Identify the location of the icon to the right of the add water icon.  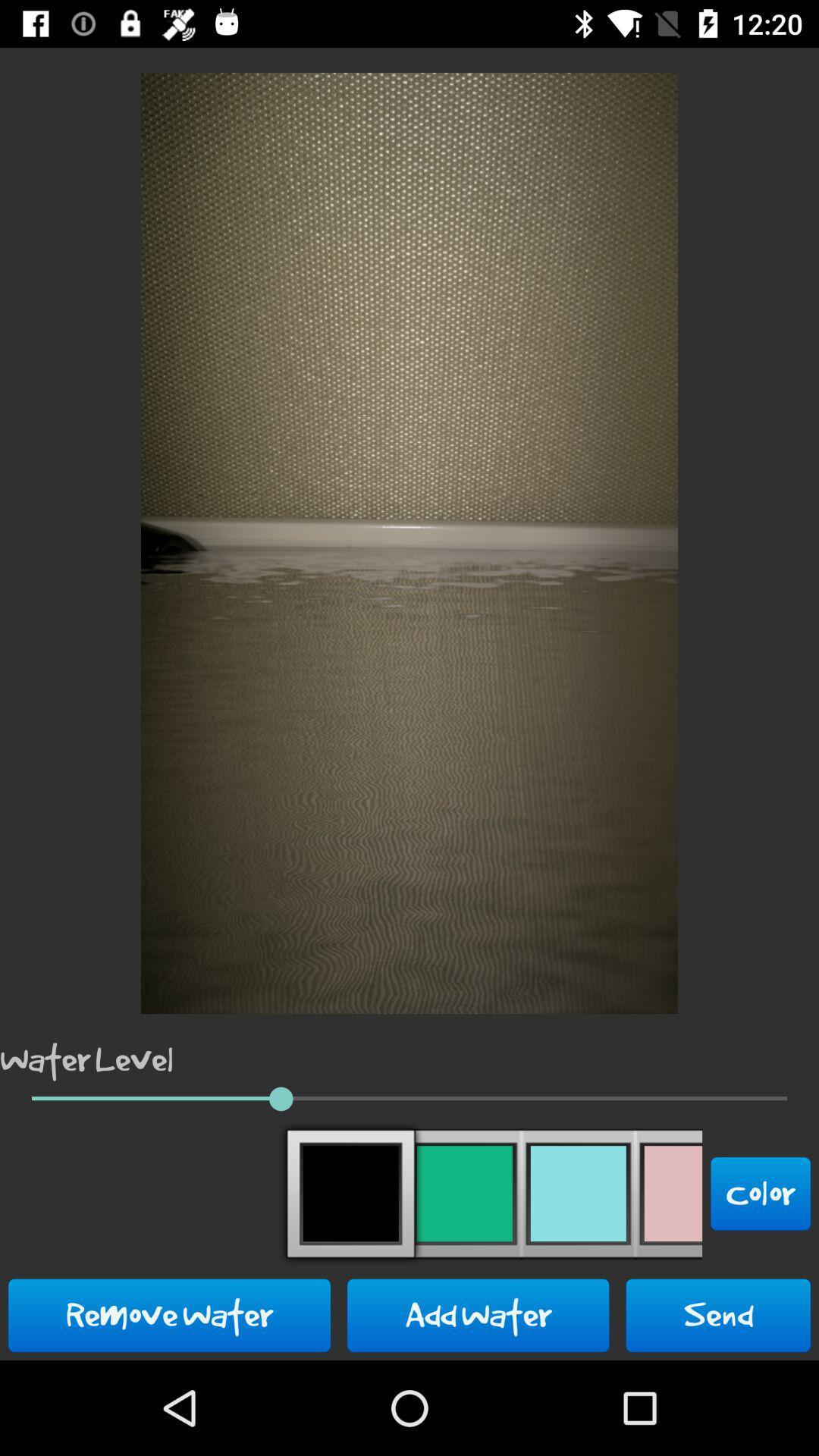
(717, 1314).